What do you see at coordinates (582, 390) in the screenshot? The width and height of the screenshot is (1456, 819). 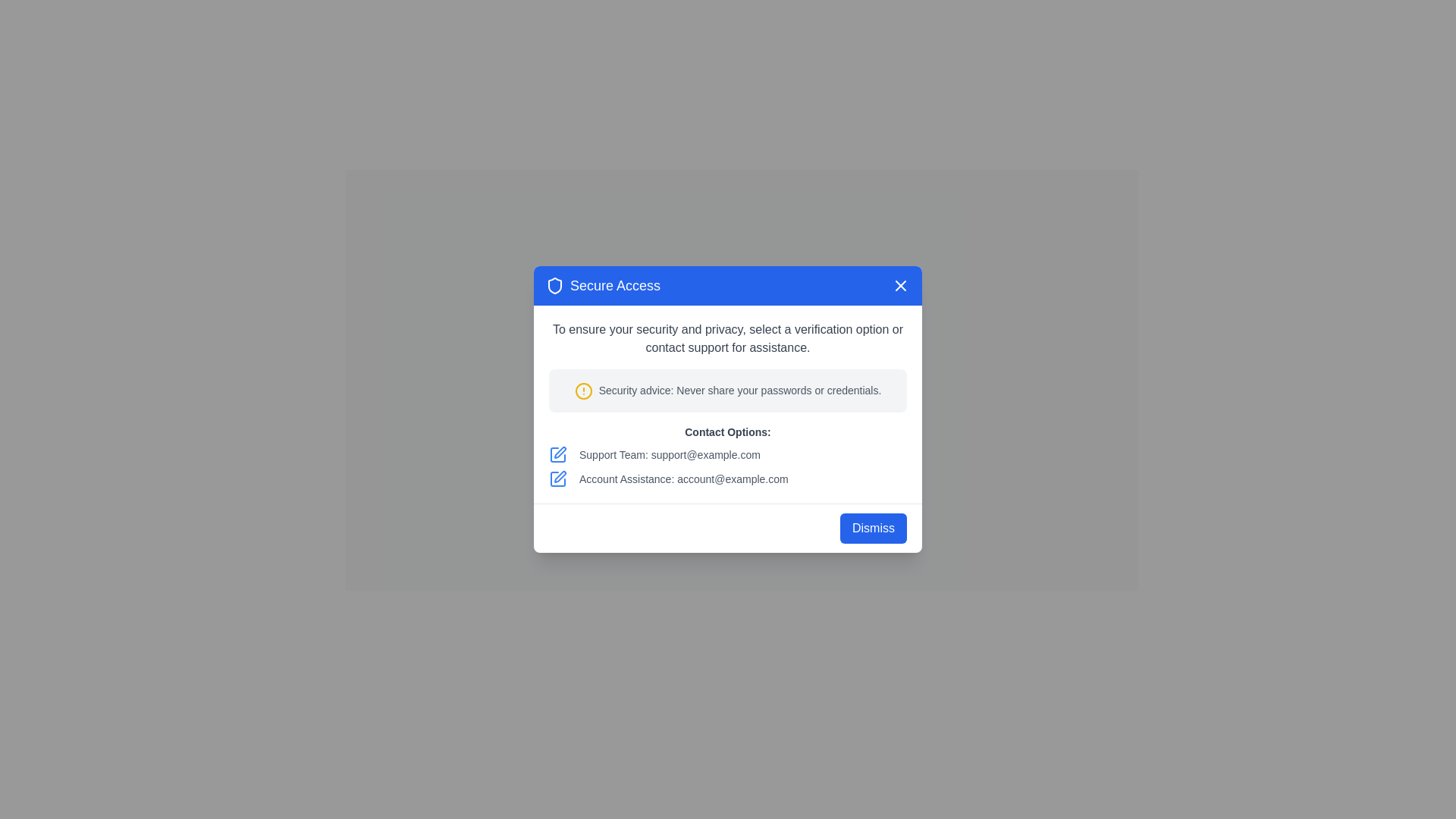 I see `the circular icon component with a yellow border and white fill, which is part of the visual warning icon located near the phrase 'Security advice' in the 'Secure Access' modal dialog` at bounding box center [582, 390].